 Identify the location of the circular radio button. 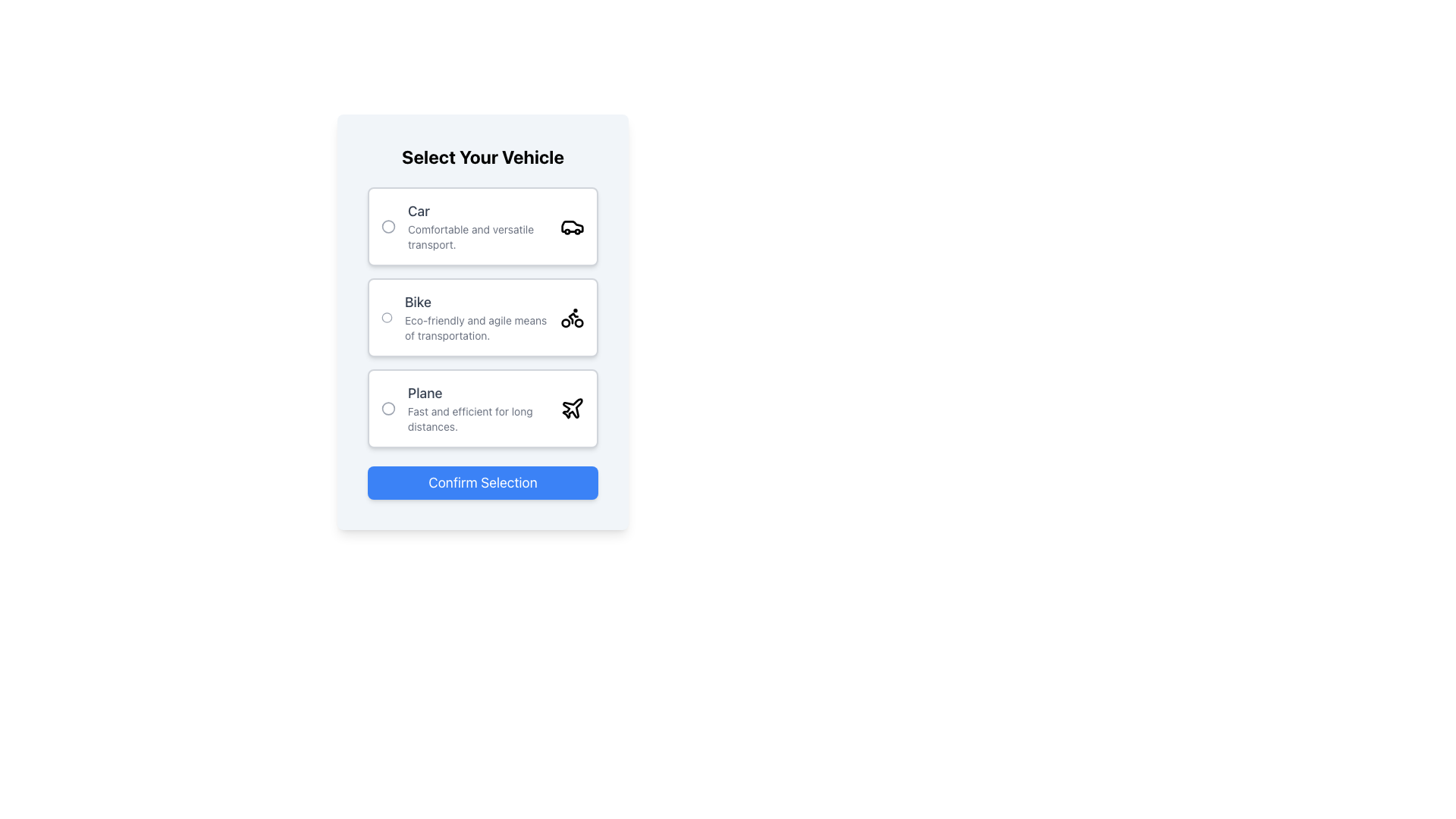
(477, 408).